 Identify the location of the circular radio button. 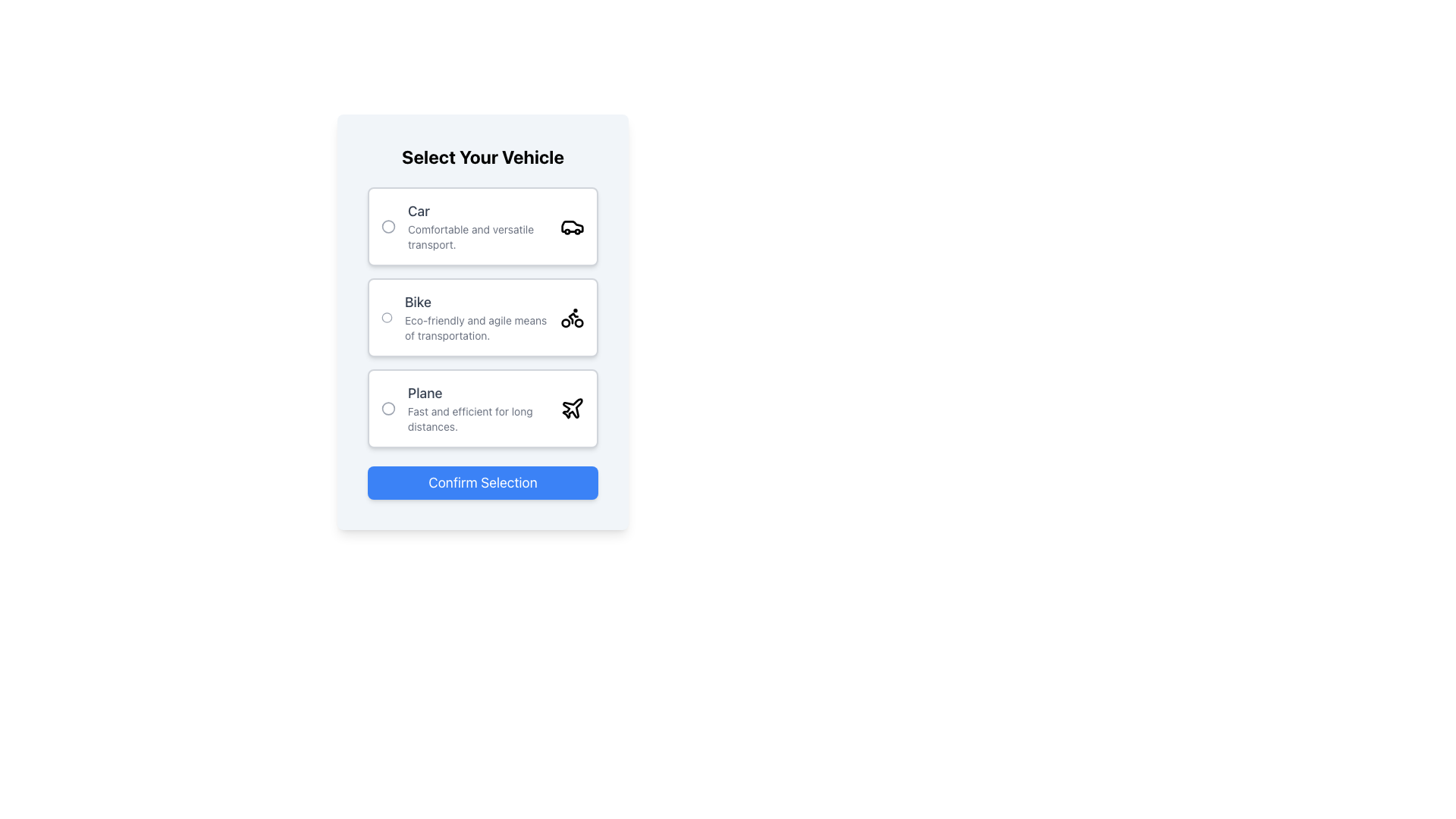
(477, 408).